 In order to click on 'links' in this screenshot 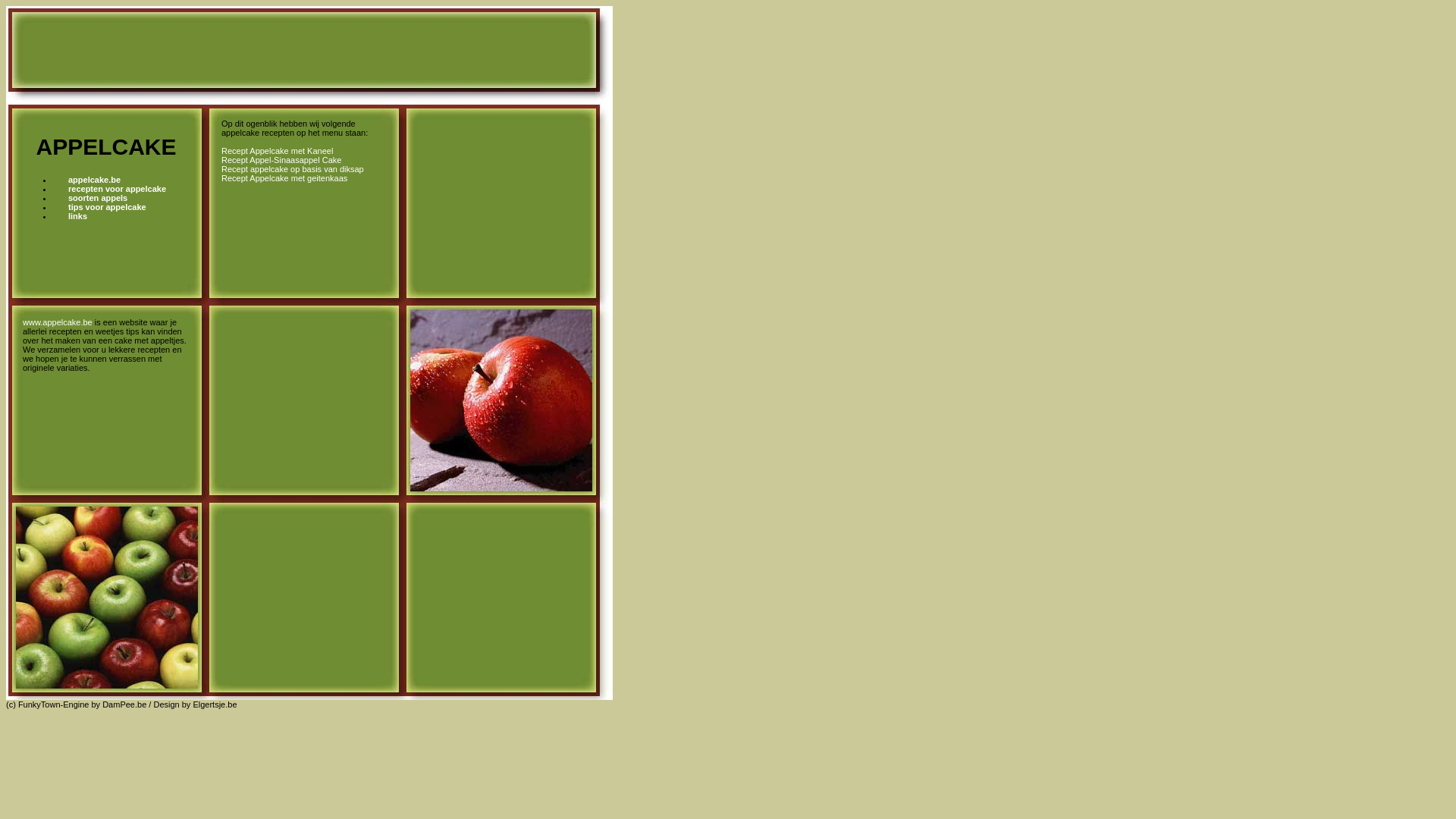, I will do `click(67, 216)`.